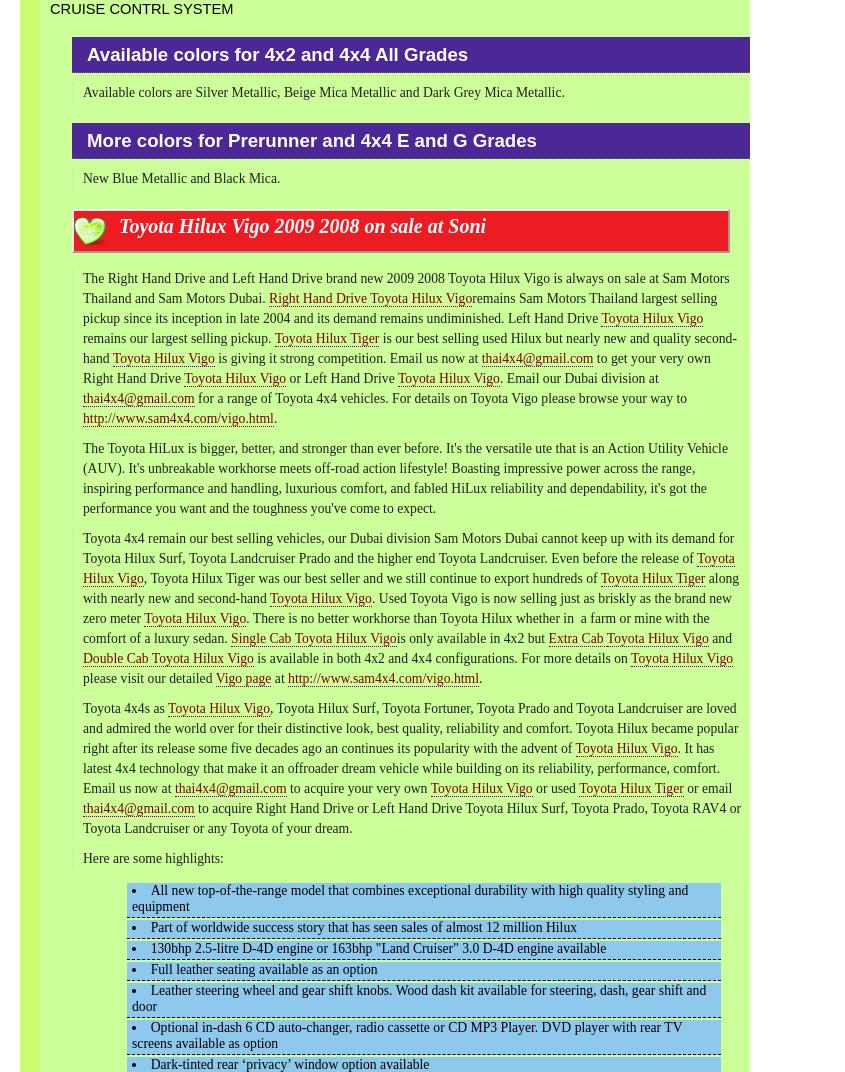  I want to click on 'or Left Hand Drive', so click(340, 378).